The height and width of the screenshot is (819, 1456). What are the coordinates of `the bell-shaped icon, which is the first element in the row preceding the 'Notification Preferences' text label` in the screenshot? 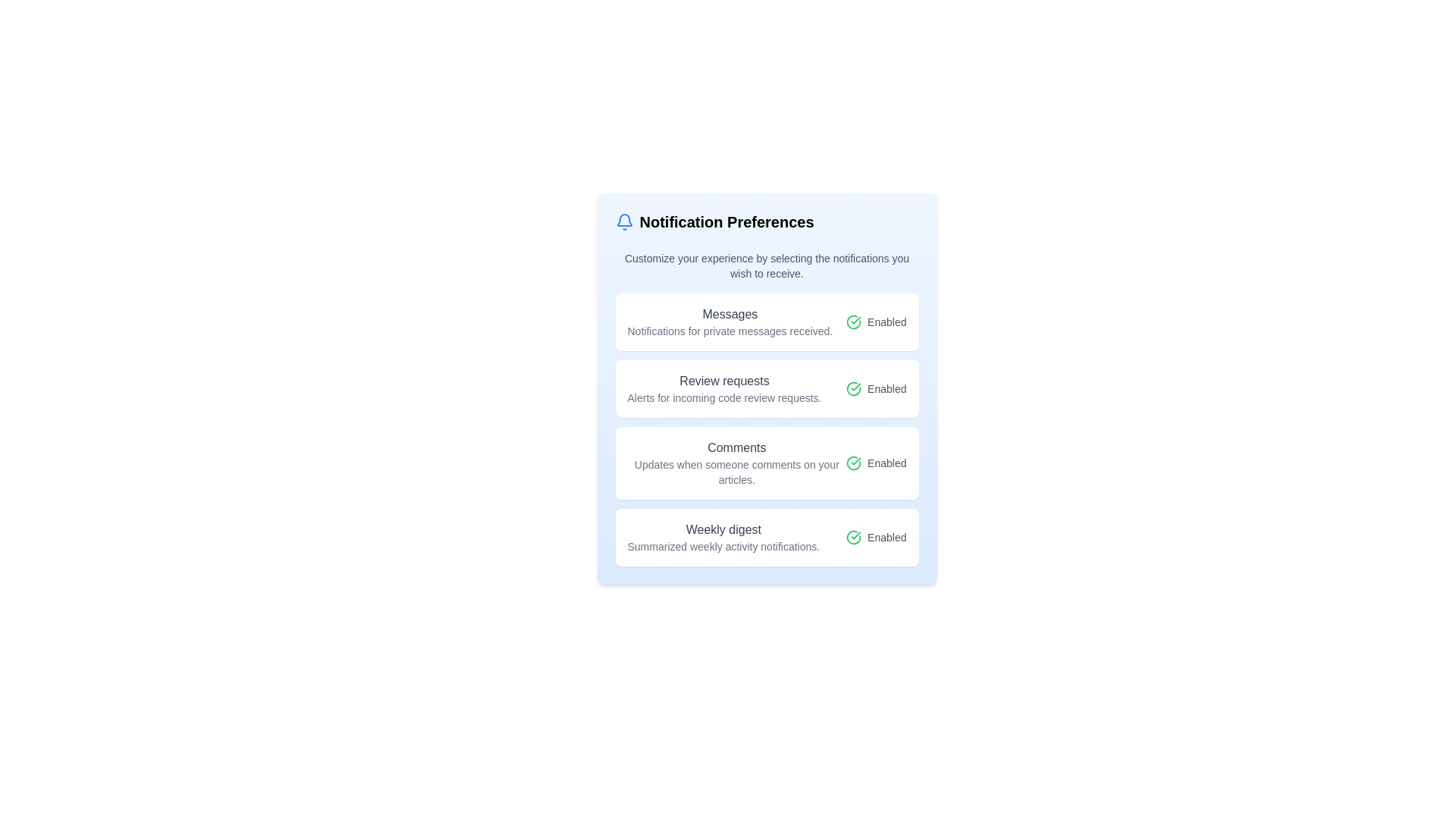 It's located at (624, 222).